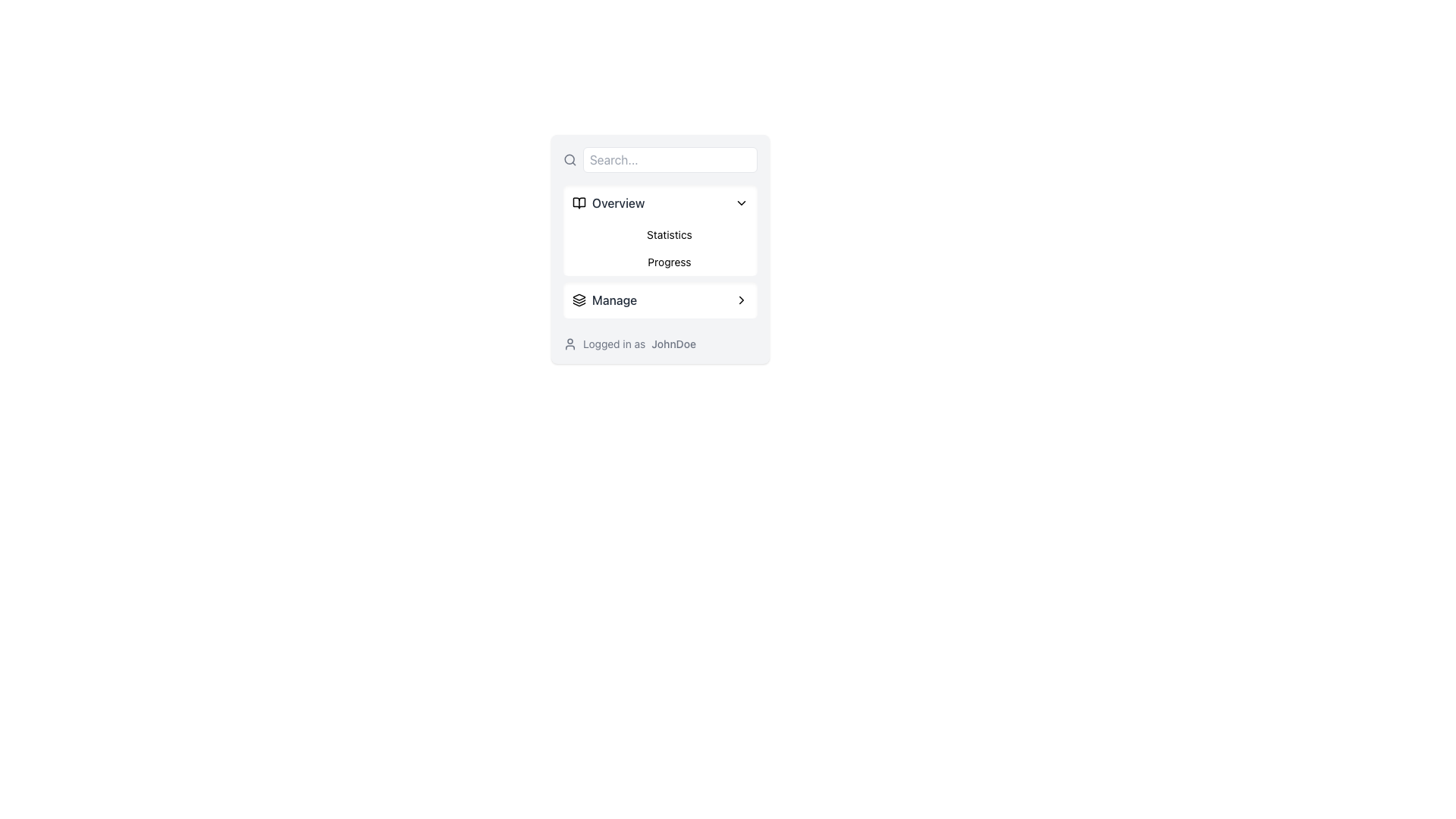  What do you see at coordinates (742, 202) in the screenshot?
I see `the downward-facing chevron icon indicator located in the 'Overview' section, adjacent to the text 'Overview'` at bounding box center [742, 202].